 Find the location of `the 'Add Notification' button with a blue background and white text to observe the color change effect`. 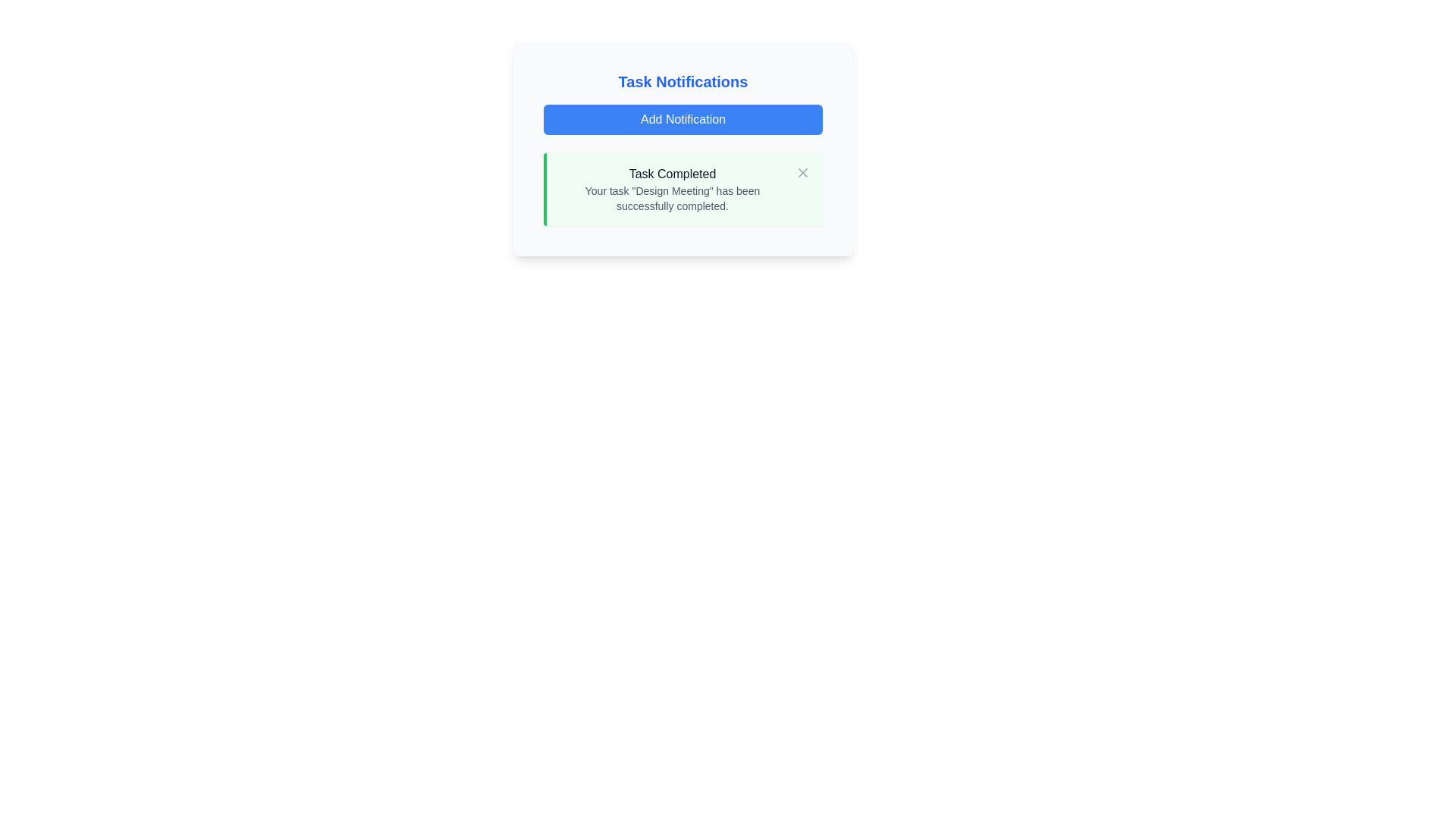

the 'Add Notification' button with a blue background and white text to observe the color change effect is located at coordinates (682, 119).